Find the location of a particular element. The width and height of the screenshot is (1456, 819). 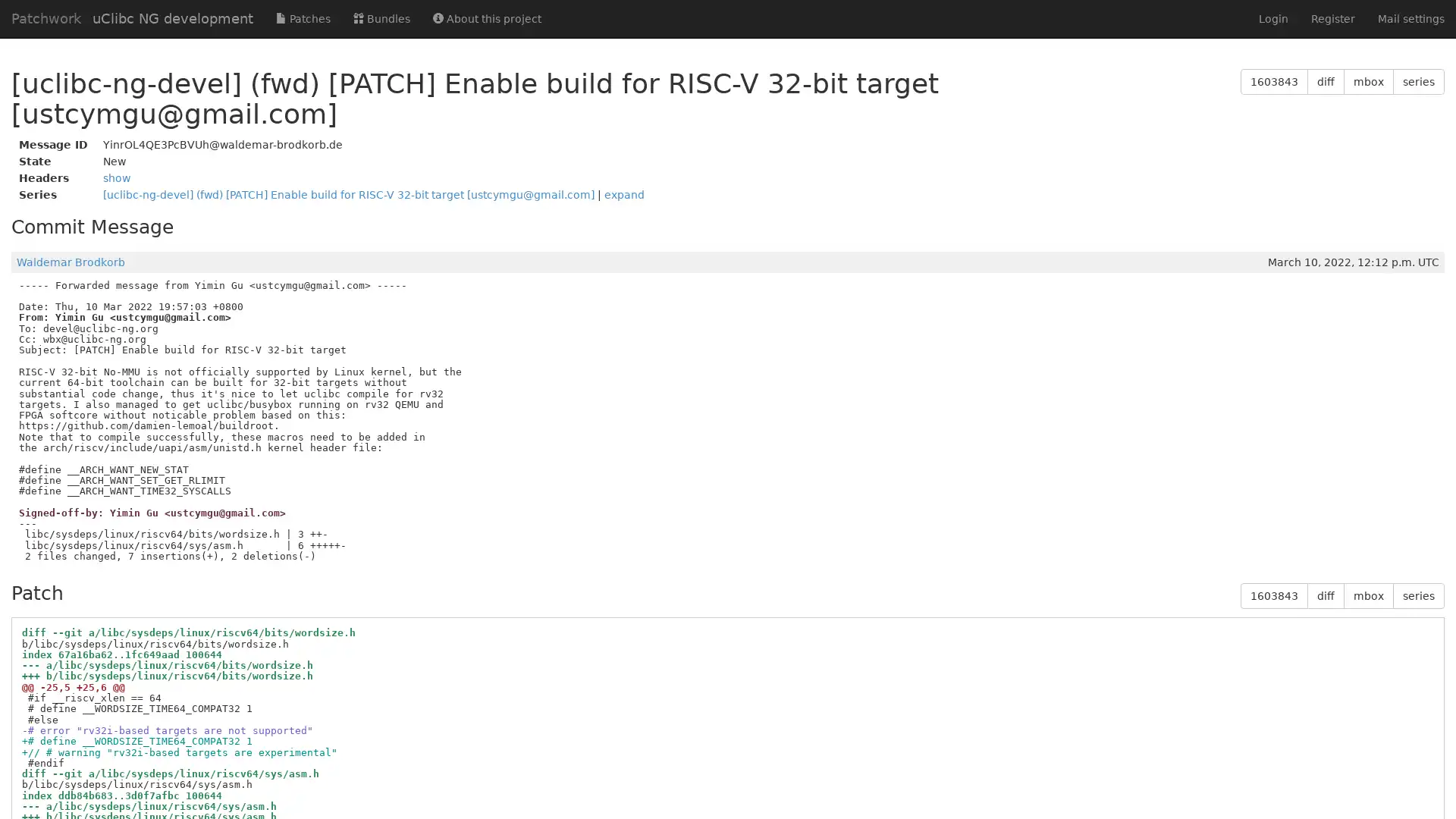

1603843 is located at coordinates (1274, 82).